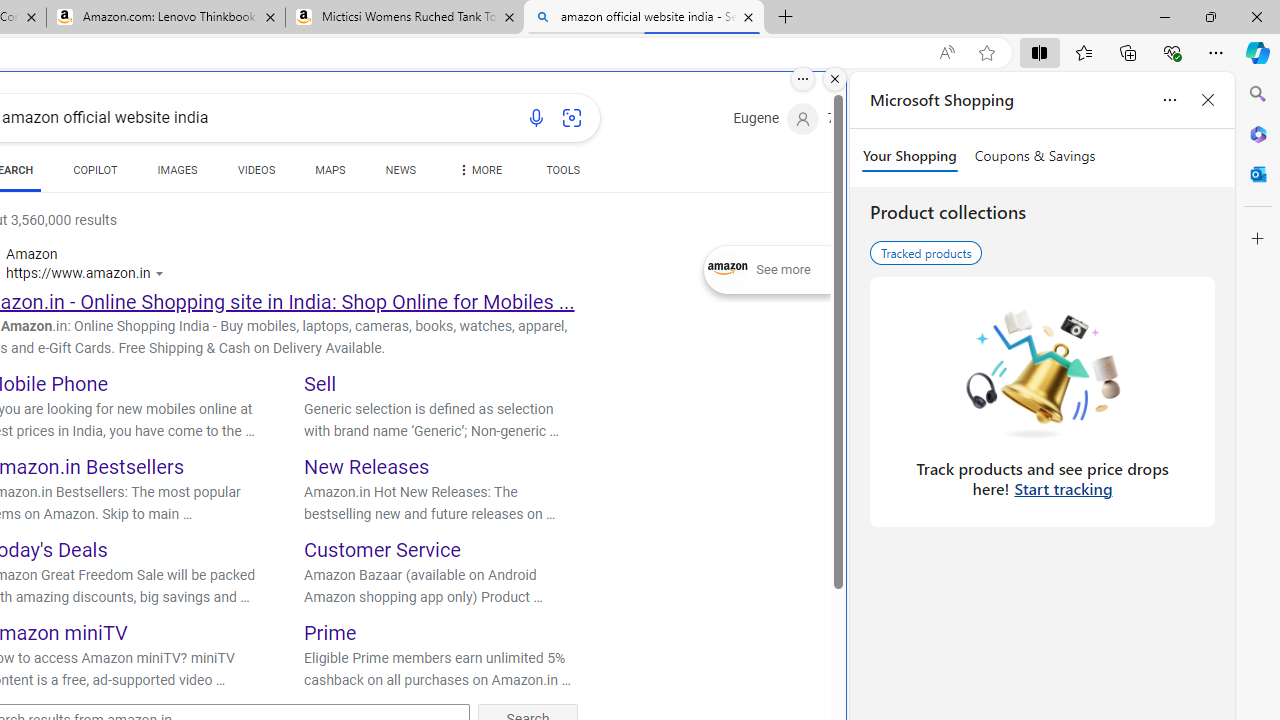 The height and width of the screenshot is (720, 1280). What do you see at coordinates (803, 78) in the screenshot?
I see `'More options.'` at bounding box center [803, 78].